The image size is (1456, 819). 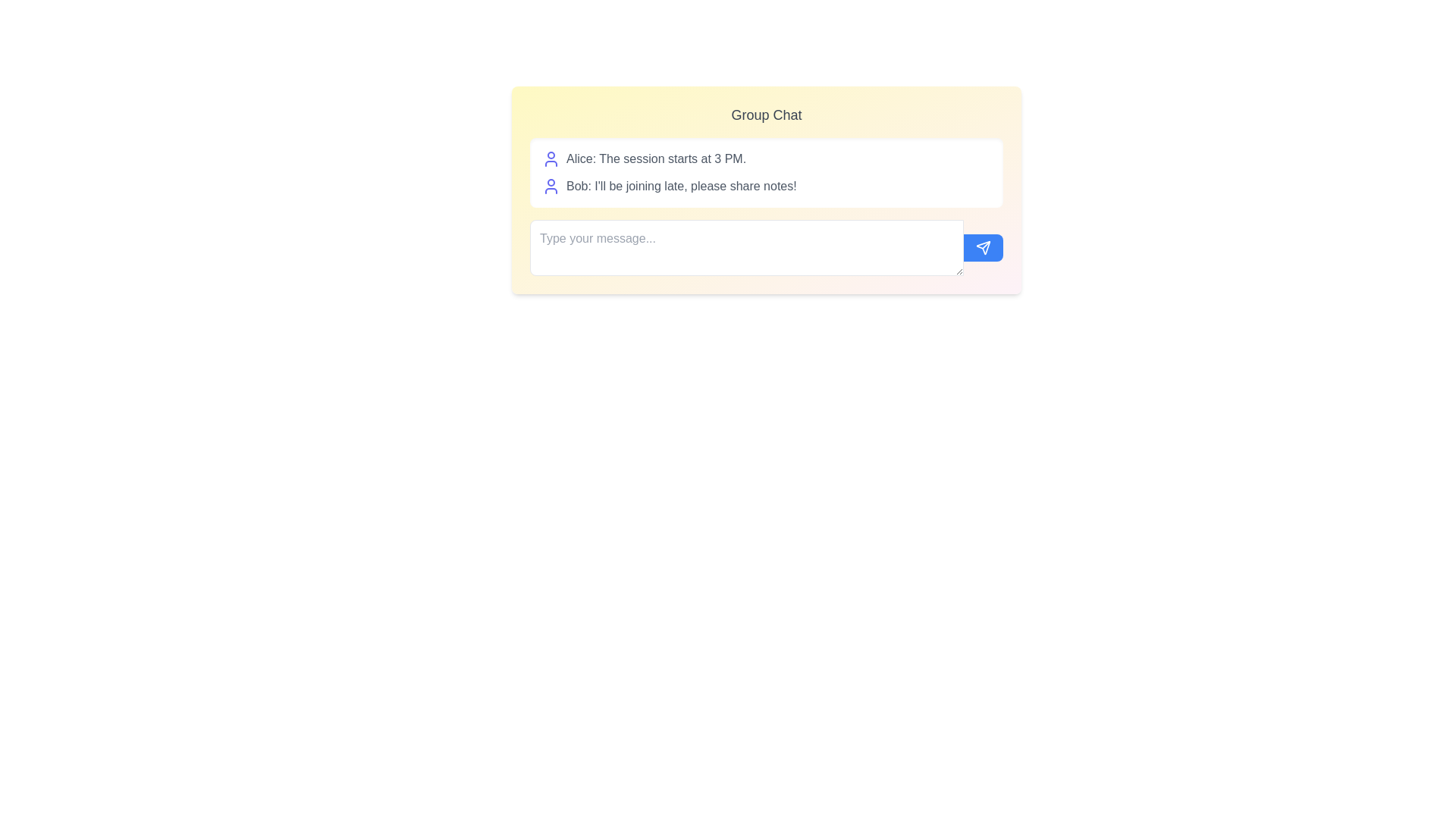 What do you see at coordinates (983, 247) in the screenshot?
I see `the 'send message' button located to the immediate right of the input box labeled 'Type your message...' in the chat application` at bounding box center [983, 247].